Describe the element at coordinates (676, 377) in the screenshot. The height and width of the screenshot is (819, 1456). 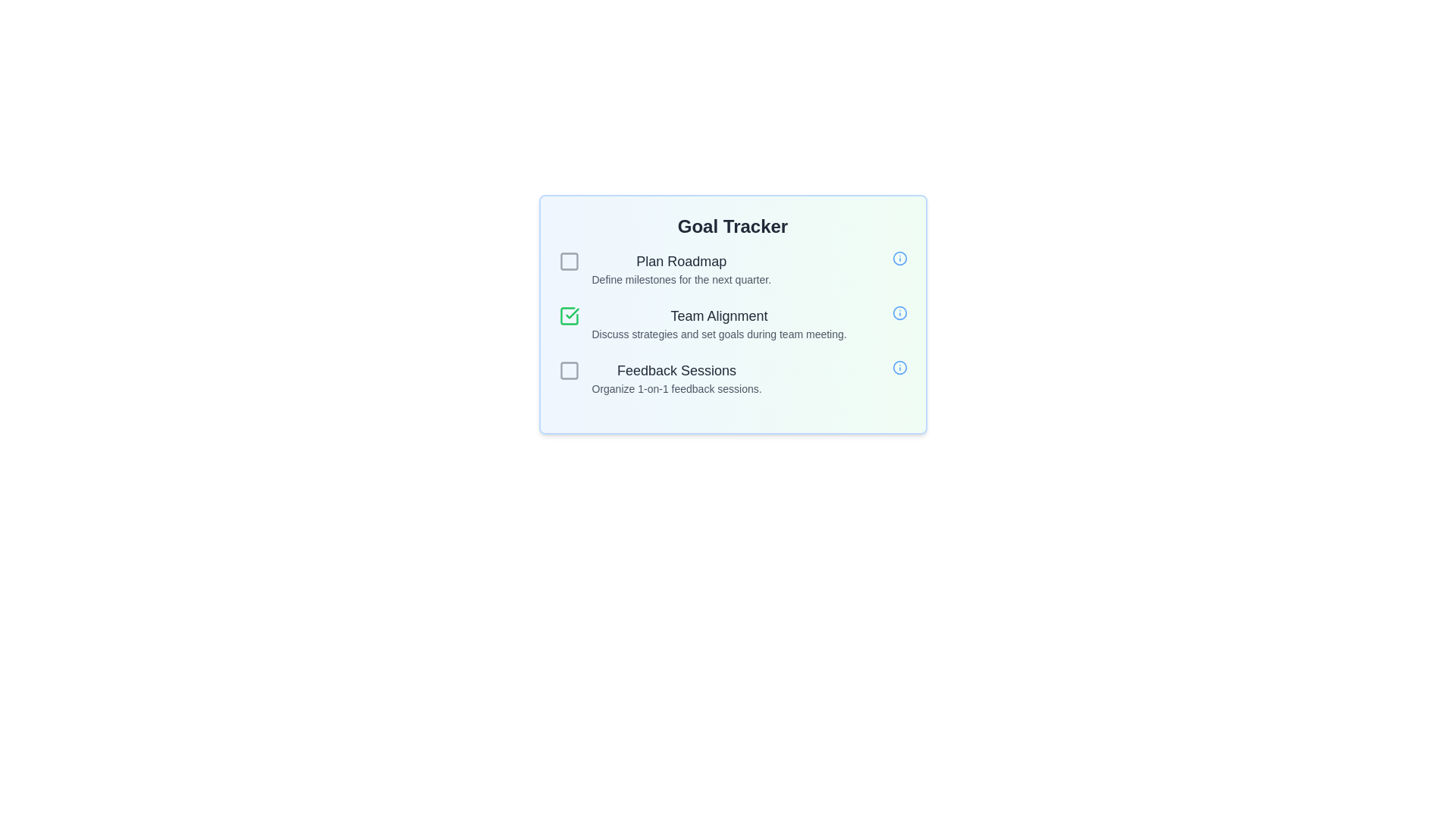
I see `the 'Feedback Sessions' text element, which consists of two lines of text, with the upper line in a larger, darker font and the lower line in a smaller, lighter font, located in the Goal Tracker section` at that location.